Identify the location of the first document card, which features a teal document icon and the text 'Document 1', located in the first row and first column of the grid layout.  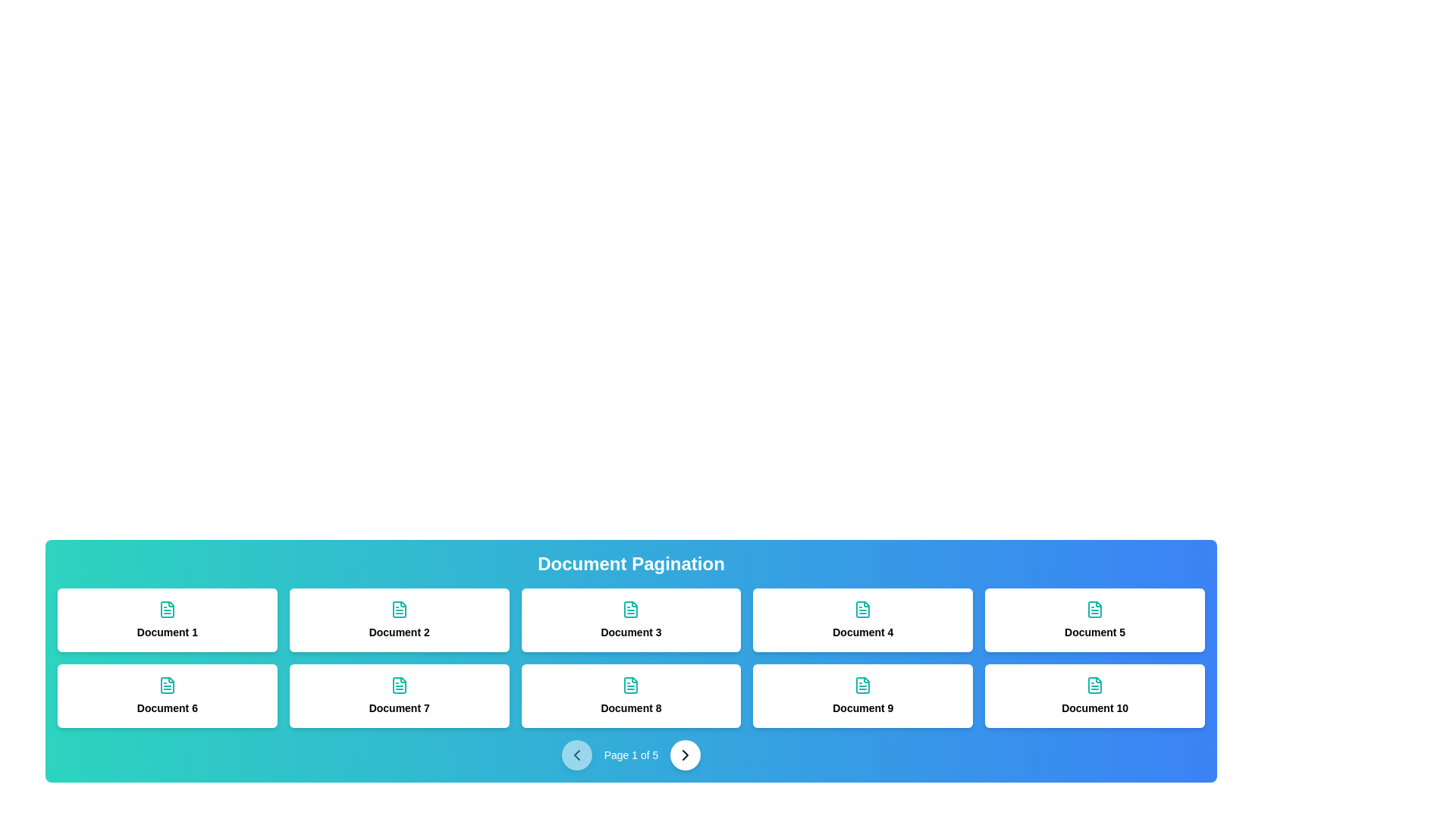
(167, 620).